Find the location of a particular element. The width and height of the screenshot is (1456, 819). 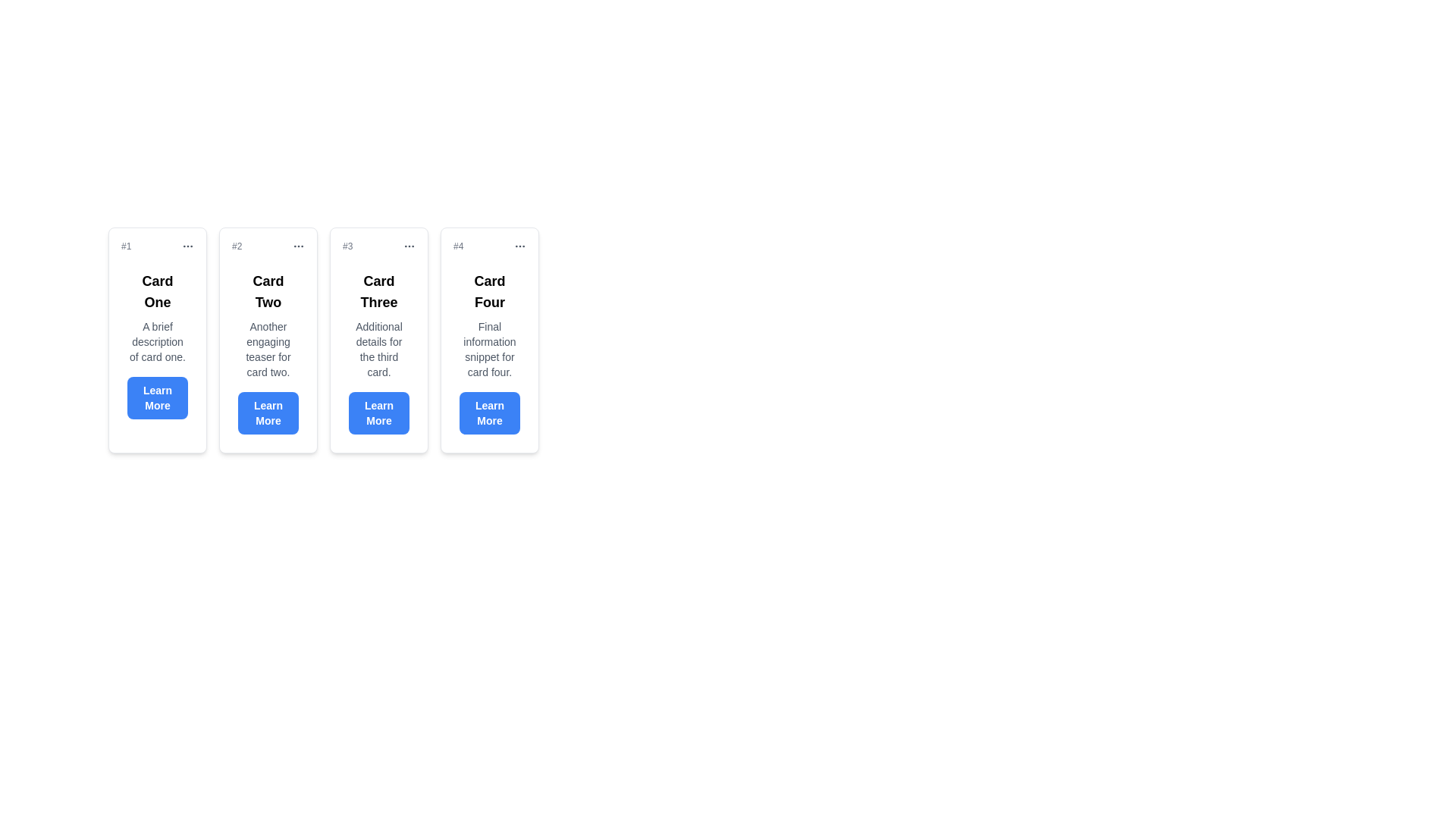

the static text paragraph located within 'Card Four', which provides additional descriptive information about the card is located at coordinates (490, 350).